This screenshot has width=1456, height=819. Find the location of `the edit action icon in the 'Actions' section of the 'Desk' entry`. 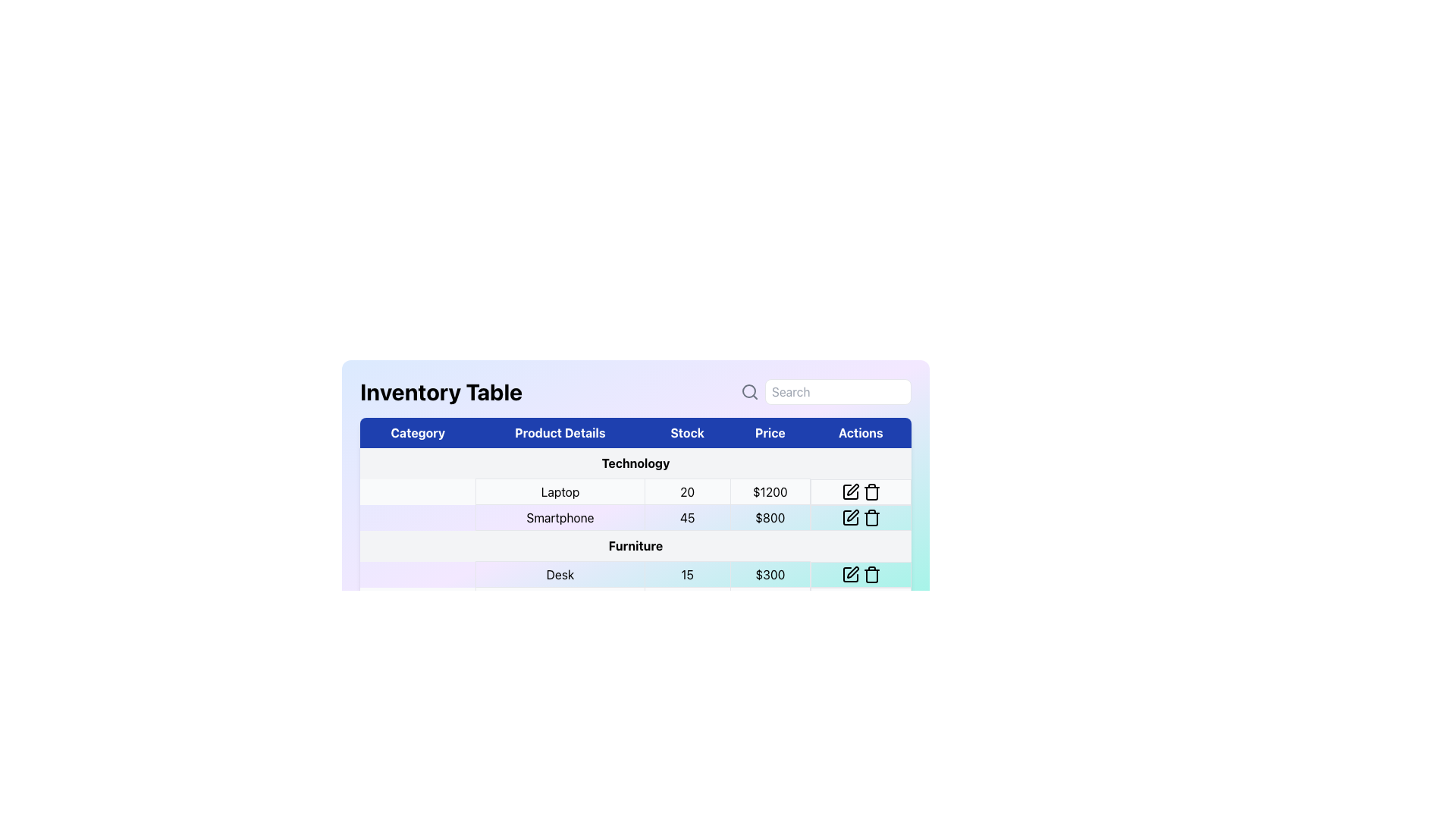

the edit action icon in the 'Actions' section of the 'Desk' entry is located at coordinates (850, 574).